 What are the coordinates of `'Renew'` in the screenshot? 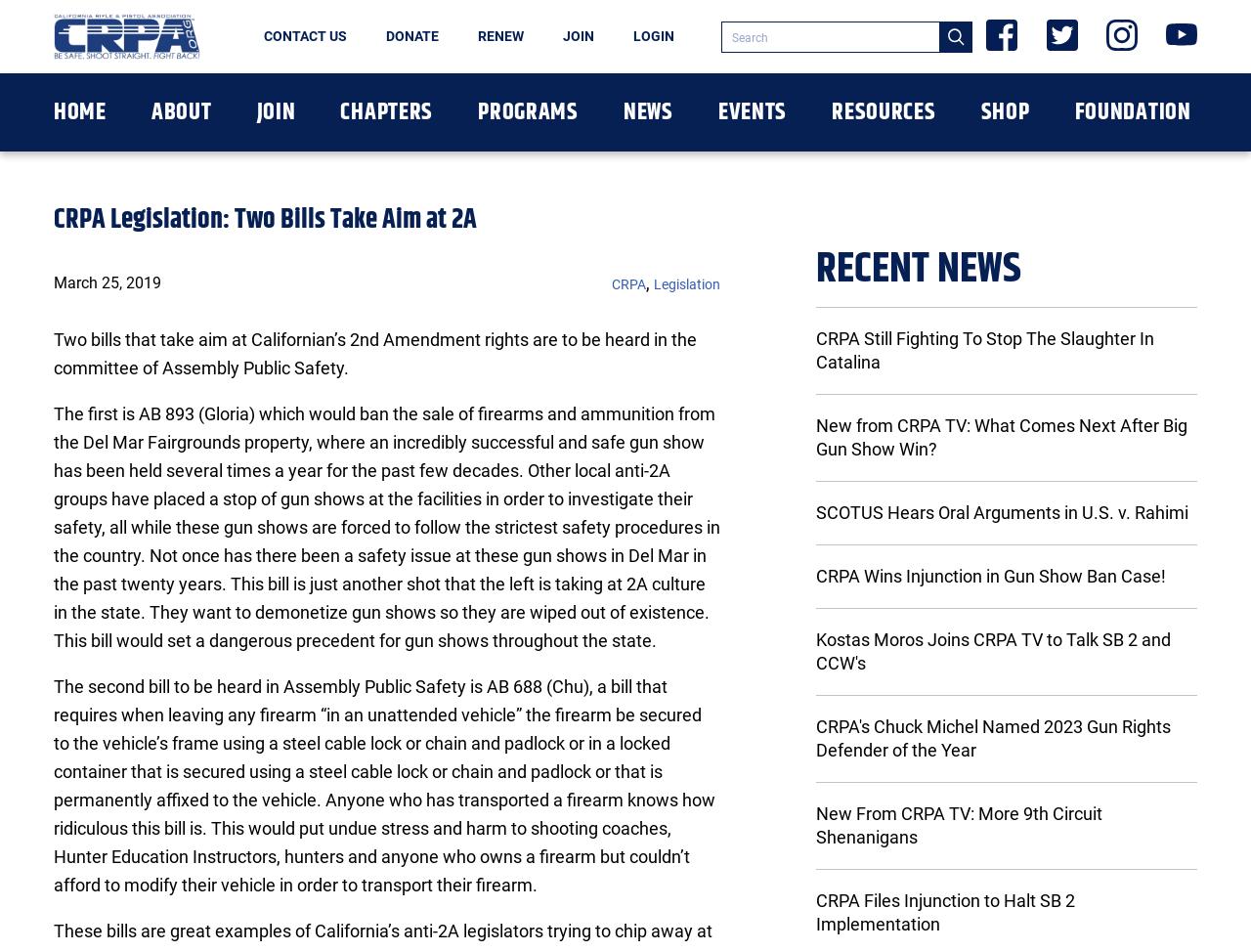 It's located at (500, 36).